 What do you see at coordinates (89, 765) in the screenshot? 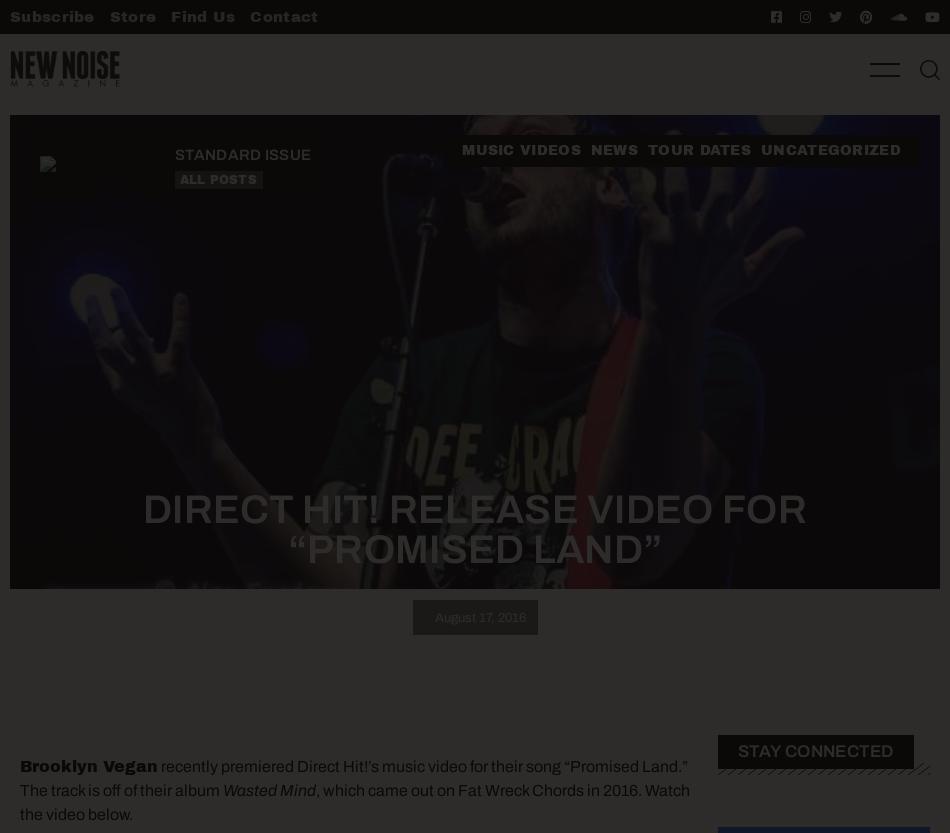
I see `'Brooklyn Vegan'` at bounding box center [89, 765].